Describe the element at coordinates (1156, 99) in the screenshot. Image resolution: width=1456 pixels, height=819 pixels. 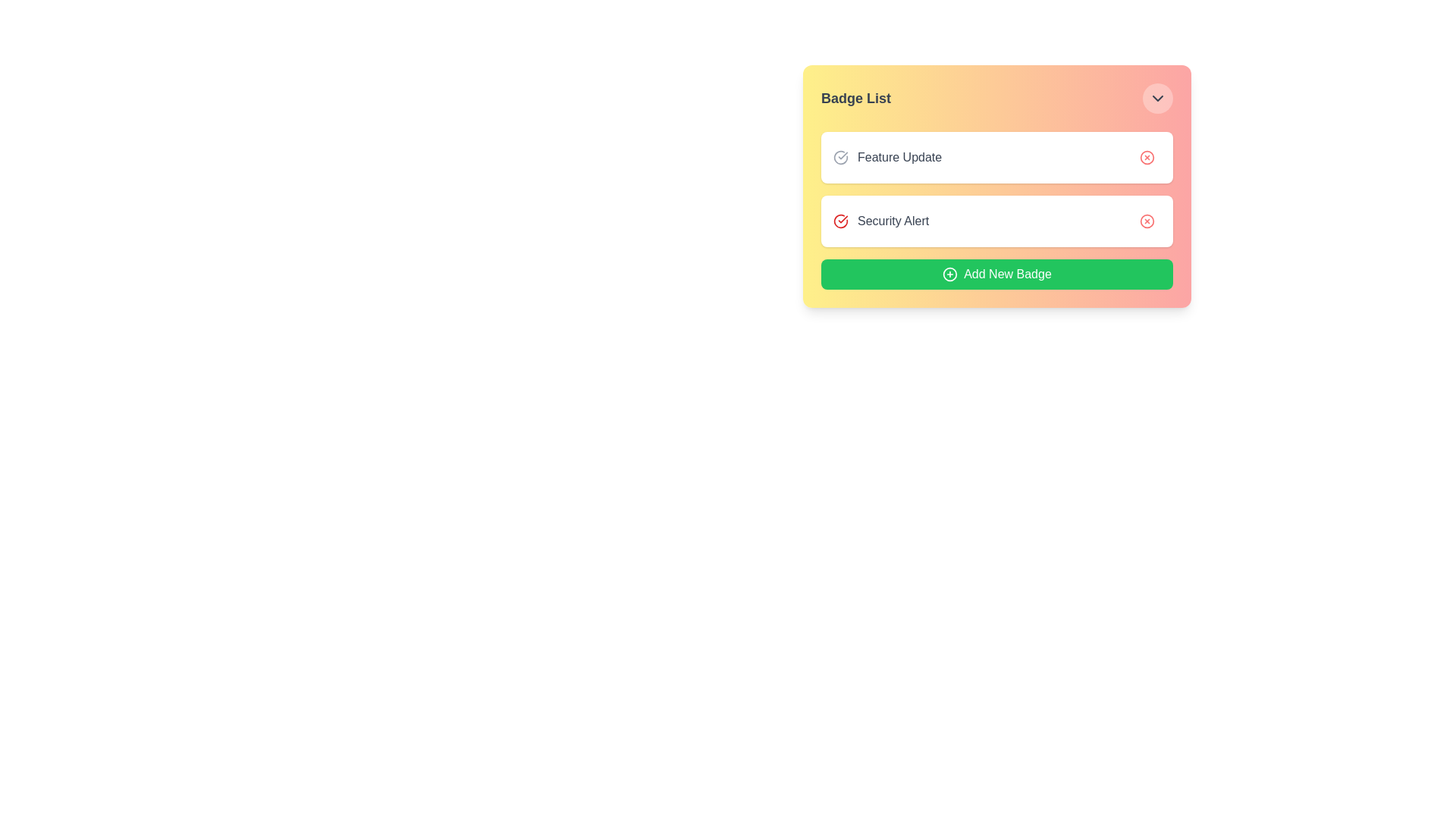
I see `the Dropdown toggle button in the top-right corner of the 'Badge List' section` at that location.